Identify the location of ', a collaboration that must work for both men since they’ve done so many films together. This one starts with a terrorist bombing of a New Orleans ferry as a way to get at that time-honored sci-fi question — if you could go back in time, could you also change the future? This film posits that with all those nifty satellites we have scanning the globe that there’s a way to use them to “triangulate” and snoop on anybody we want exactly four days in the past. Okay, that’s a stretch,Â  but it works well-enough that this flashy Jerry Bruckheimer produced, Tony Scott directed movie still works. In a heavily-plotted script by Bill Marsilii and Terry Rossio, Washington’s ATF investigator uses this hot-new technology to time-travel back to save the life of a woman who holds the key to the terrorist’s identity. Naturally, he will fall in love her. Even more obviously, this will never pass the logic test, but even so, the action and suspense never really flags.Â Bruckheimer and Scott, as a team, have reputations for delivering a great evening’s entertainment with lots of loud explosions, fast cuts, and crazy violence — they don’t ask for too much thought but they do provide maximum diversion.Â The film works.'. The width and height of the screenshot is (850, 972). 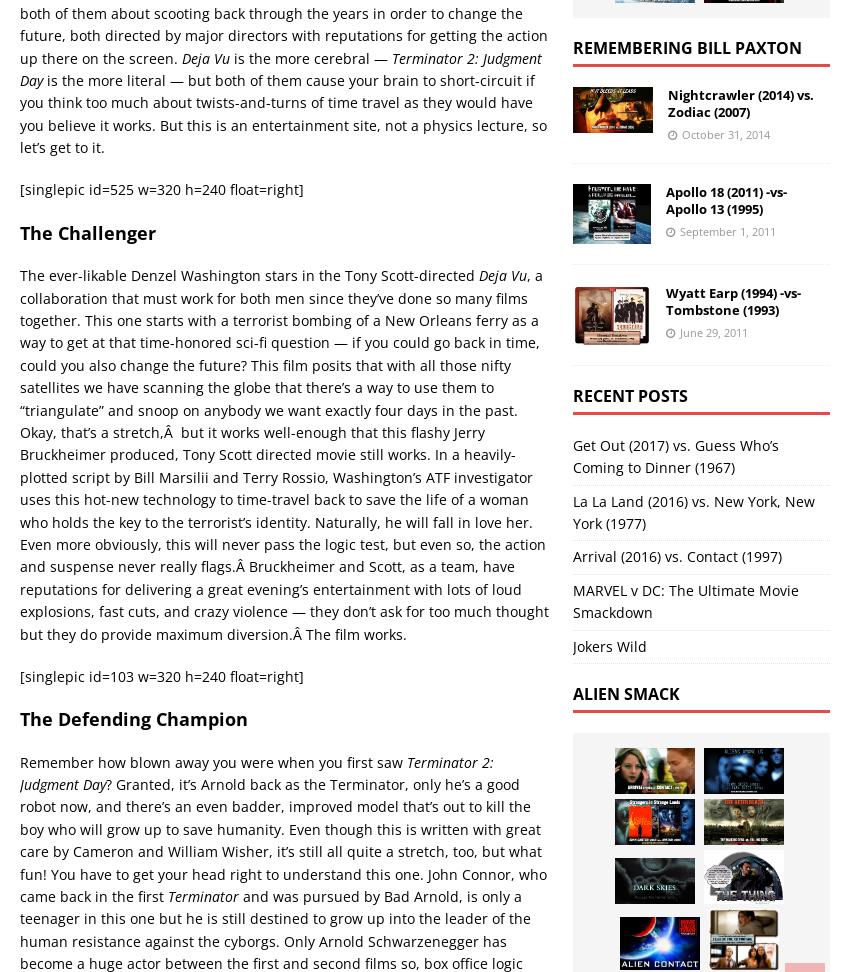
(283, 453).